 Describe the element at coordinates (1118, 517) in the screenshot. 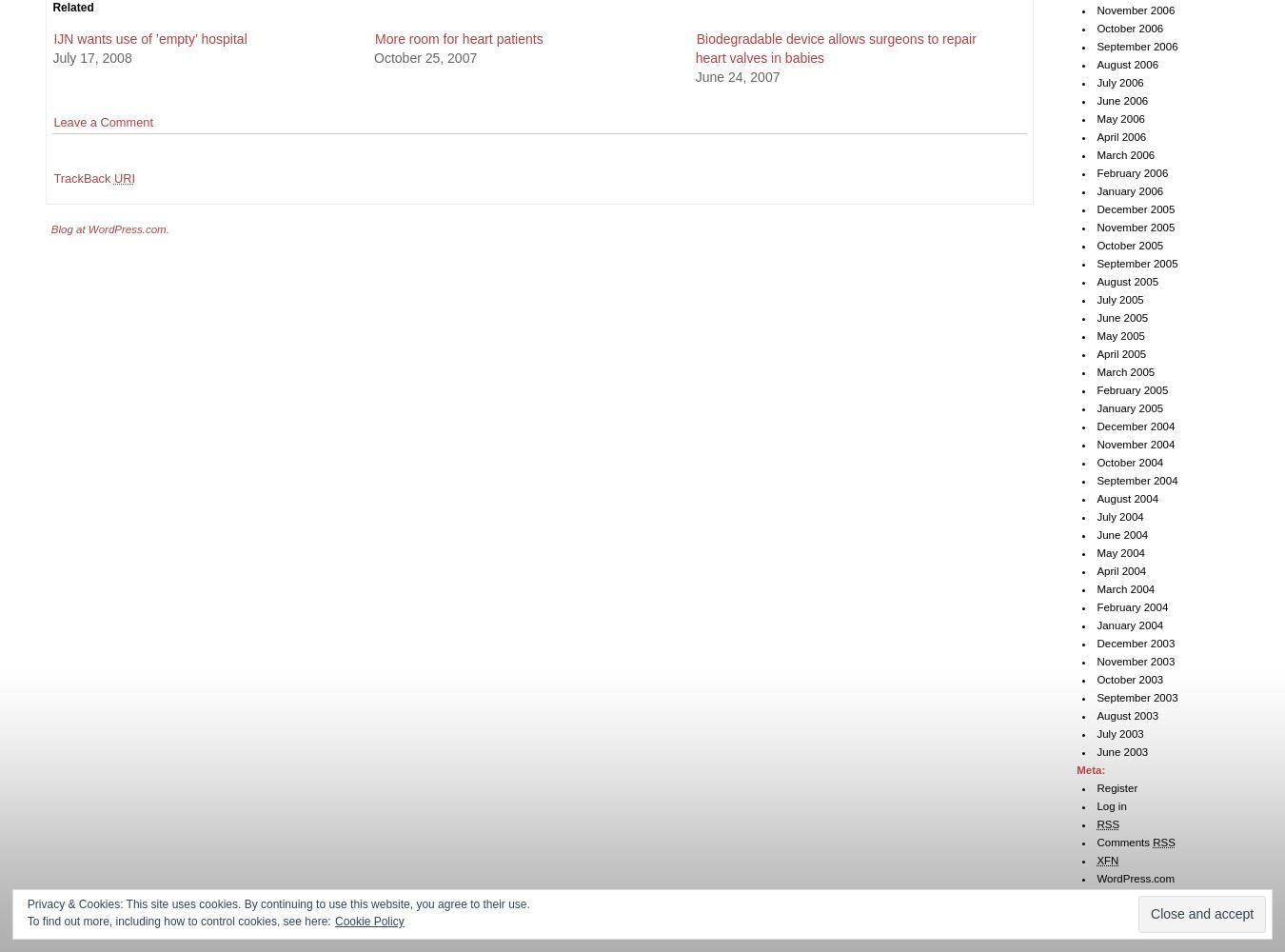

I see `'July 2004'` at that location.